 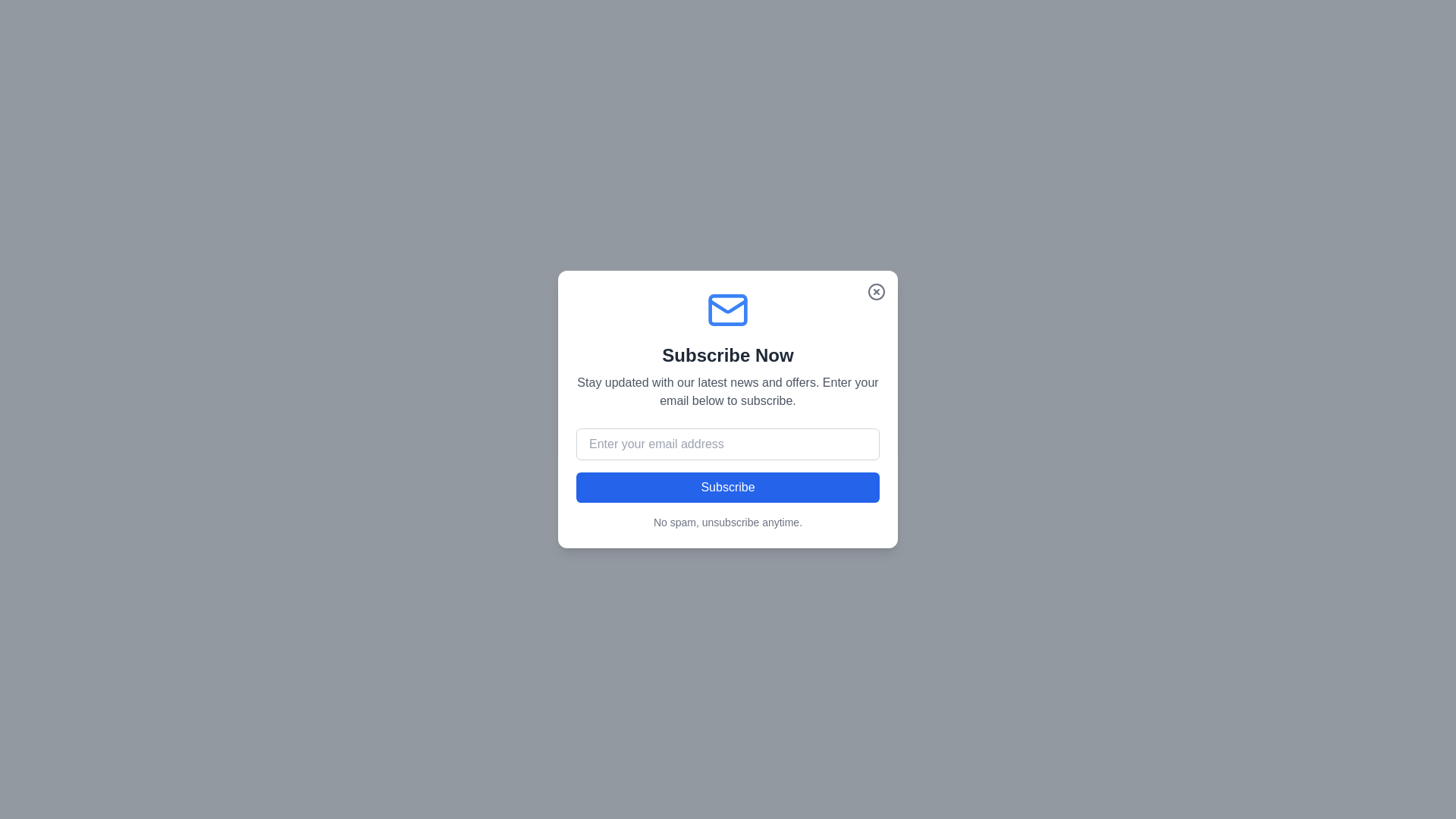 I want to click on the informational text at the bottom of the dialog to inspect it, so click(x=728, y=522).